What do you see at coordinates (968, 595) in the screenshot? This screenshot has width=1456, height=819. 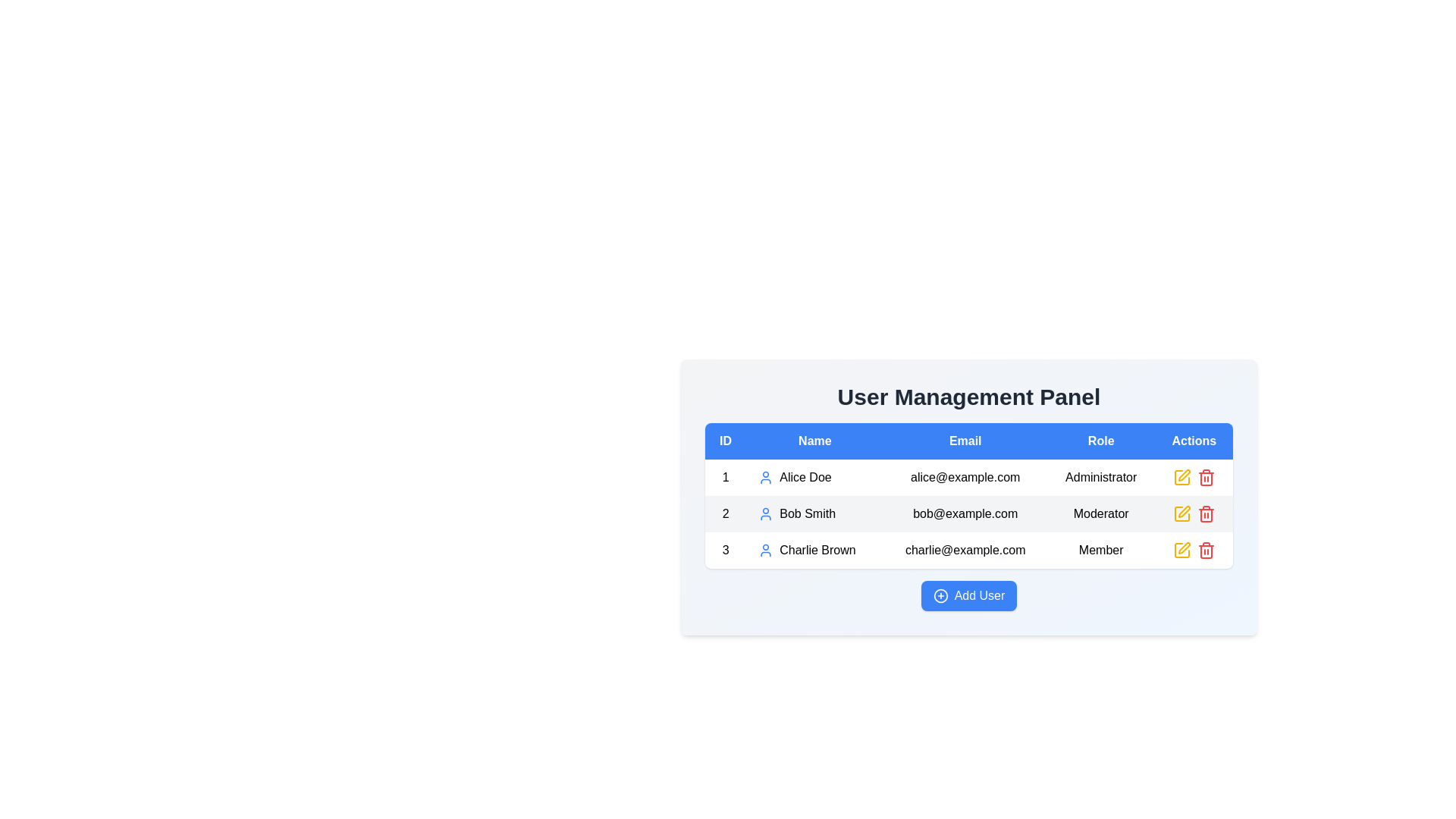 I see `the unique button below the 'User Management Panel'` at bounding box center [968, 595].